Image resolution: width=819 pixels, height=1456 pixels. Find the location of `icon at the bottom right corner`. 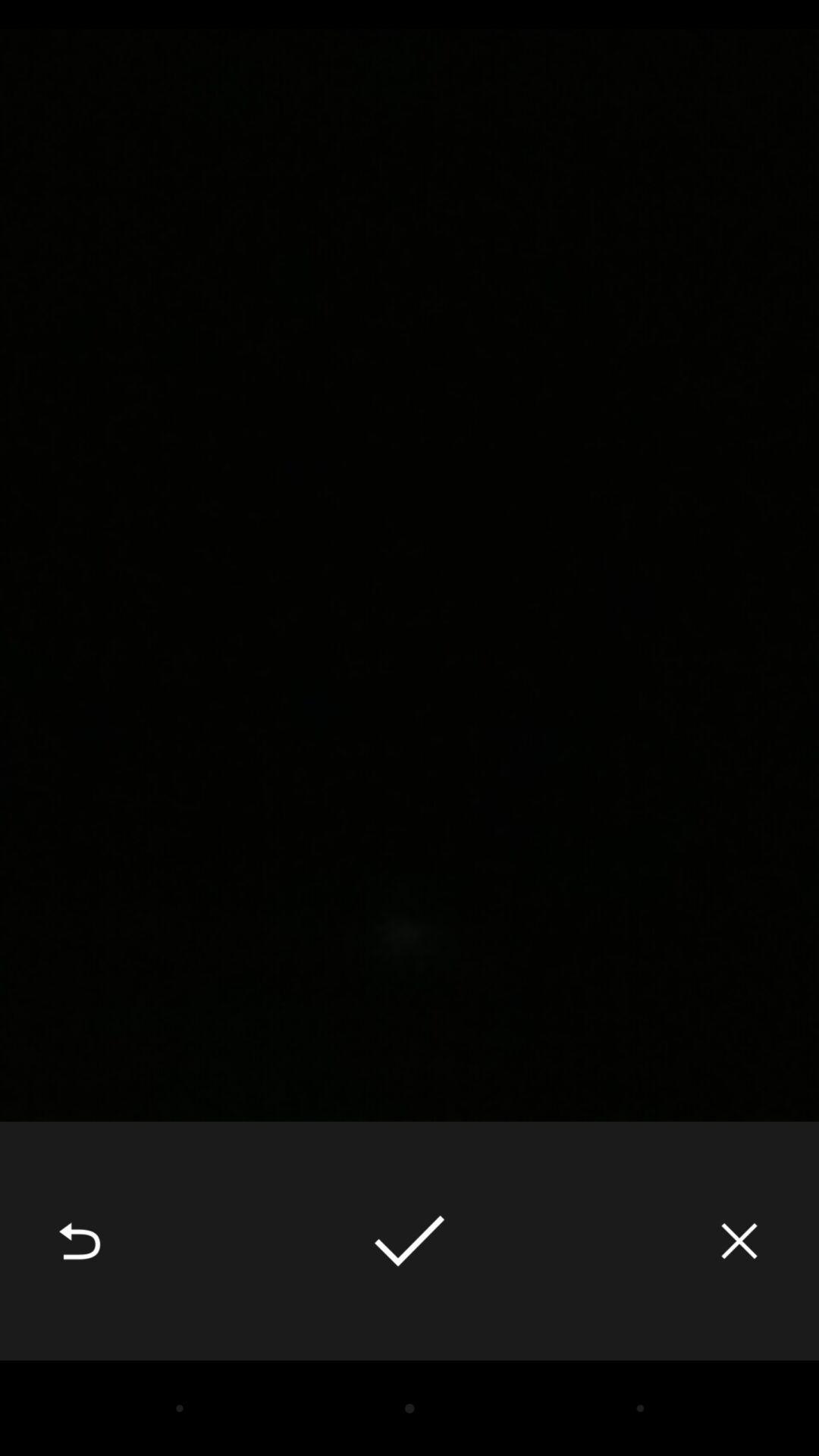

icon at the bottom right corner is located at coordinates (739, 1241).